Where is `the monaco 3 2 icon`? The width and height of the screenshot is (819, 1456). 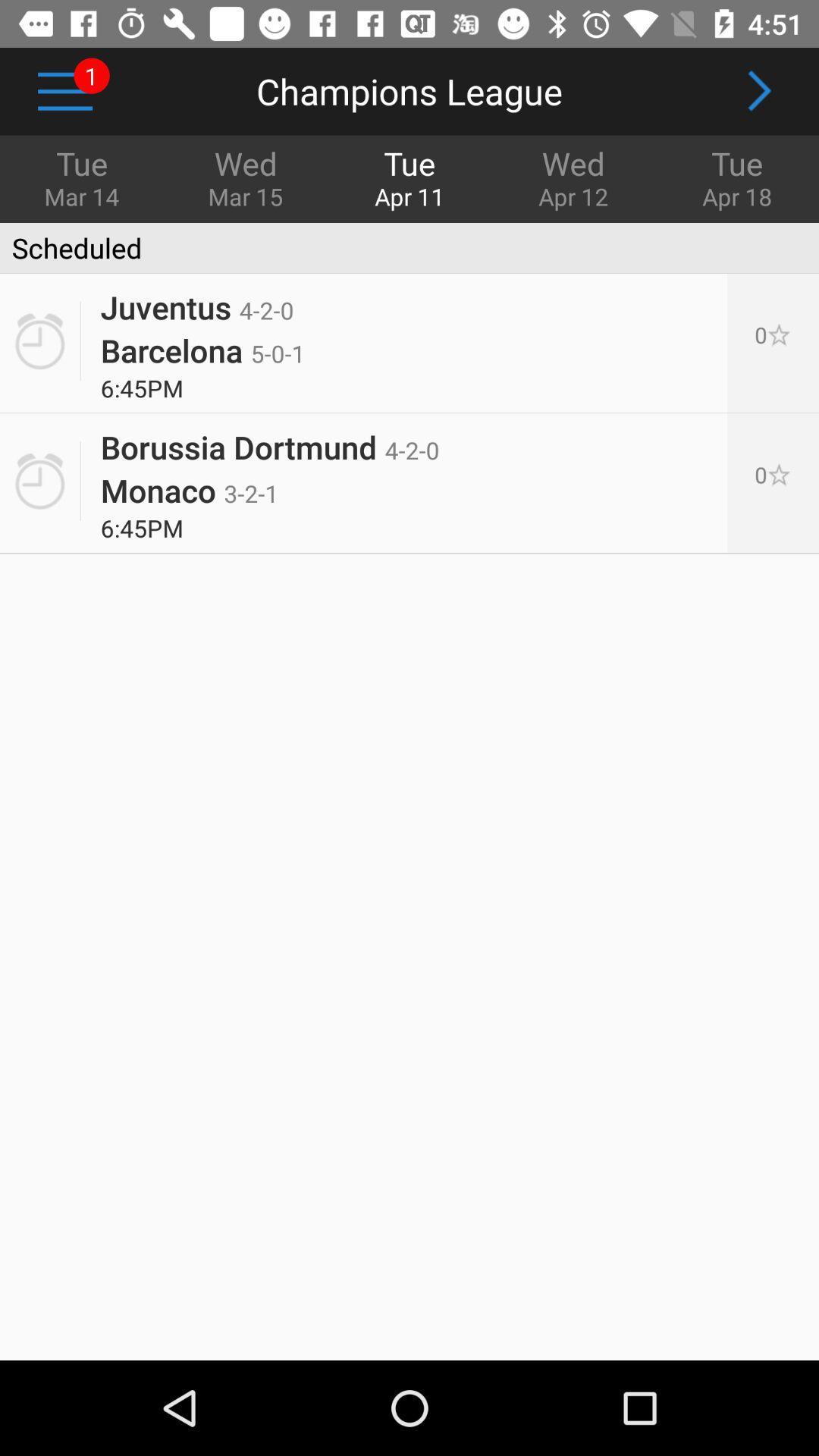 the monaco 3 2 icon is located at coordinates (189, 490).